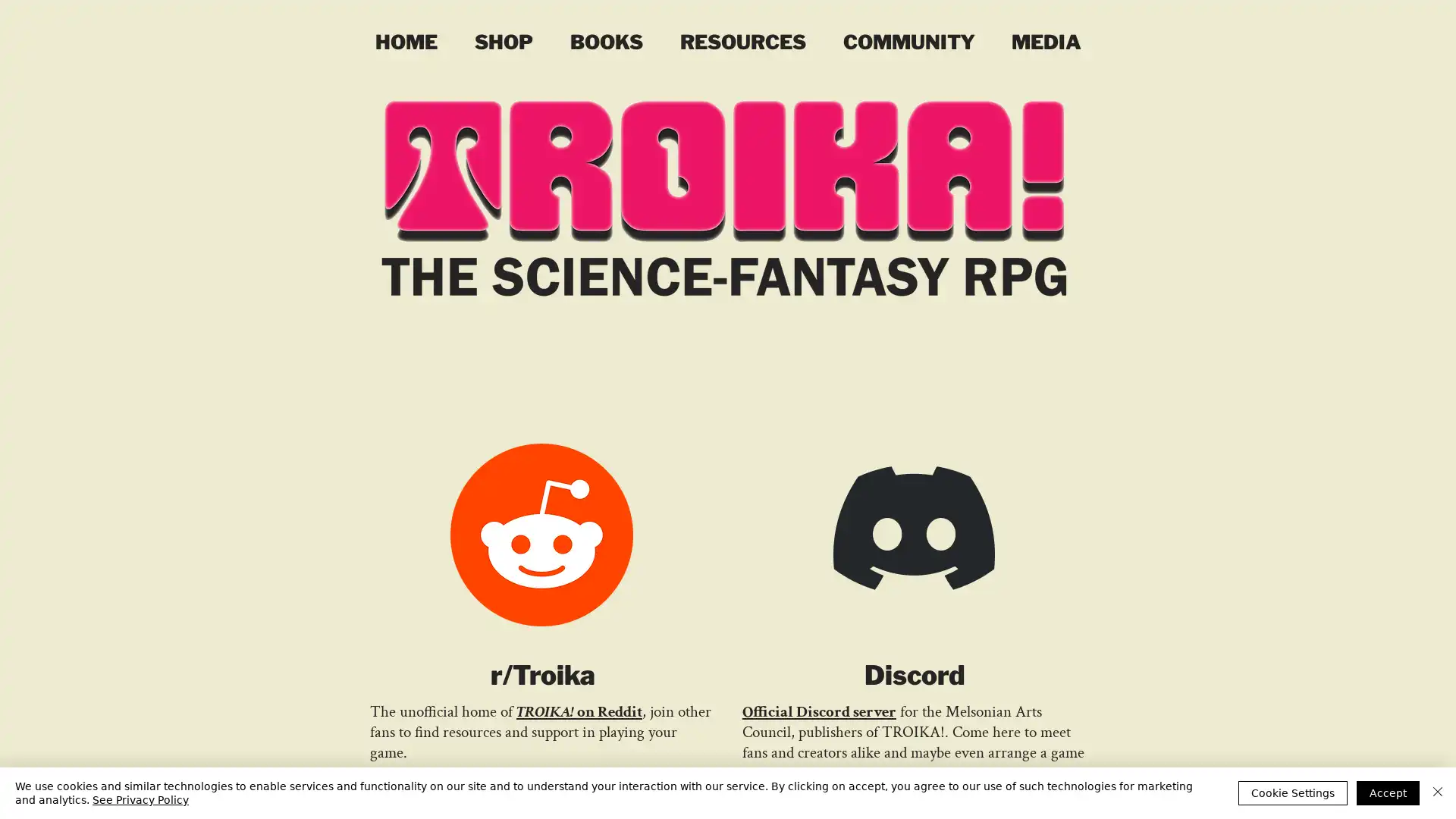 This screenshot has width=1456, height=819. Describe the element at coordinates (1291, 792) in the screenshot. I see `Cookie Settings` at that location.